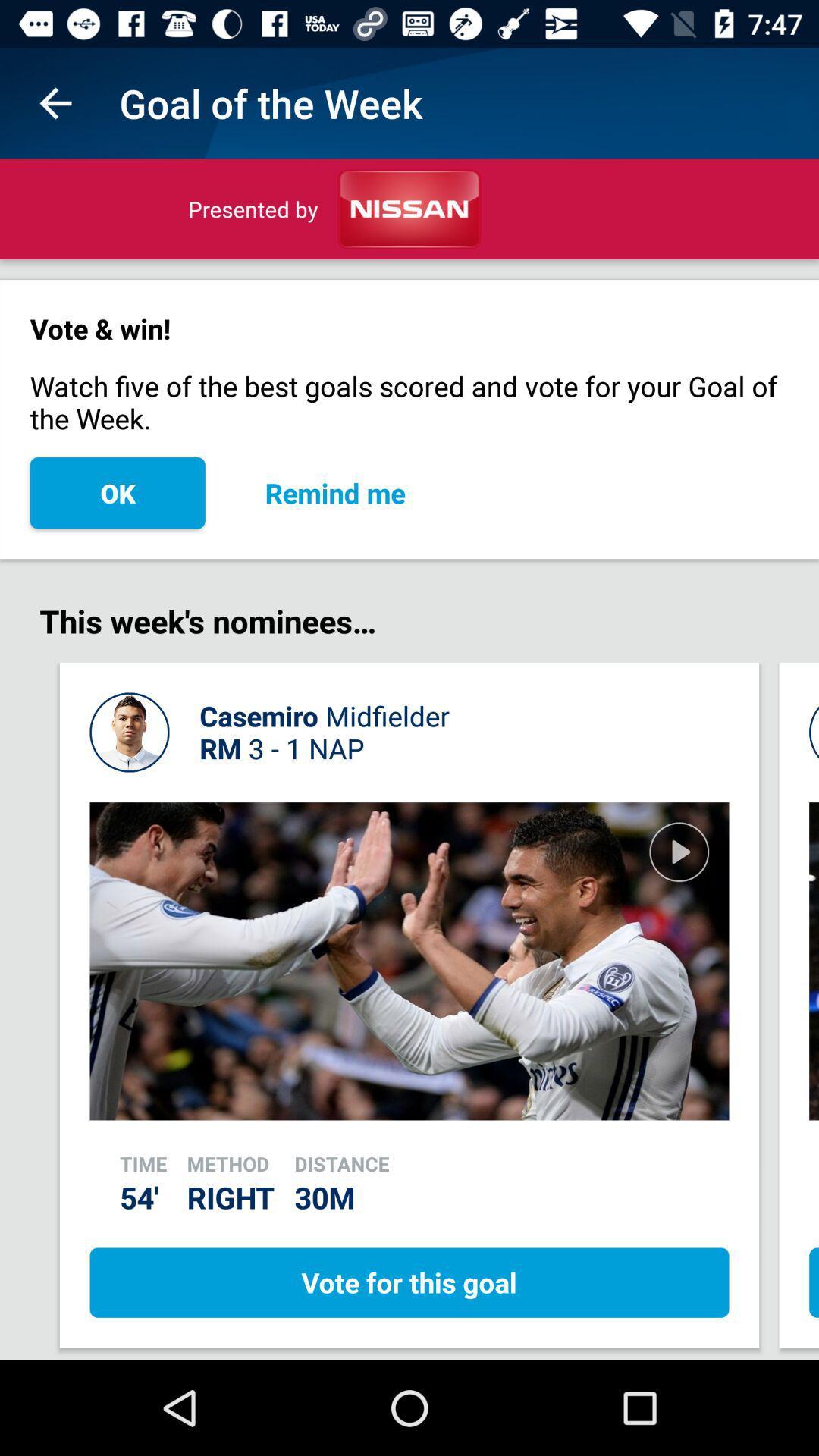 This screenshot has height=1456, width=819. Describe the element at coordinates (334, 493) in the screenshot. I see `icon below watch five of icon` at that location.